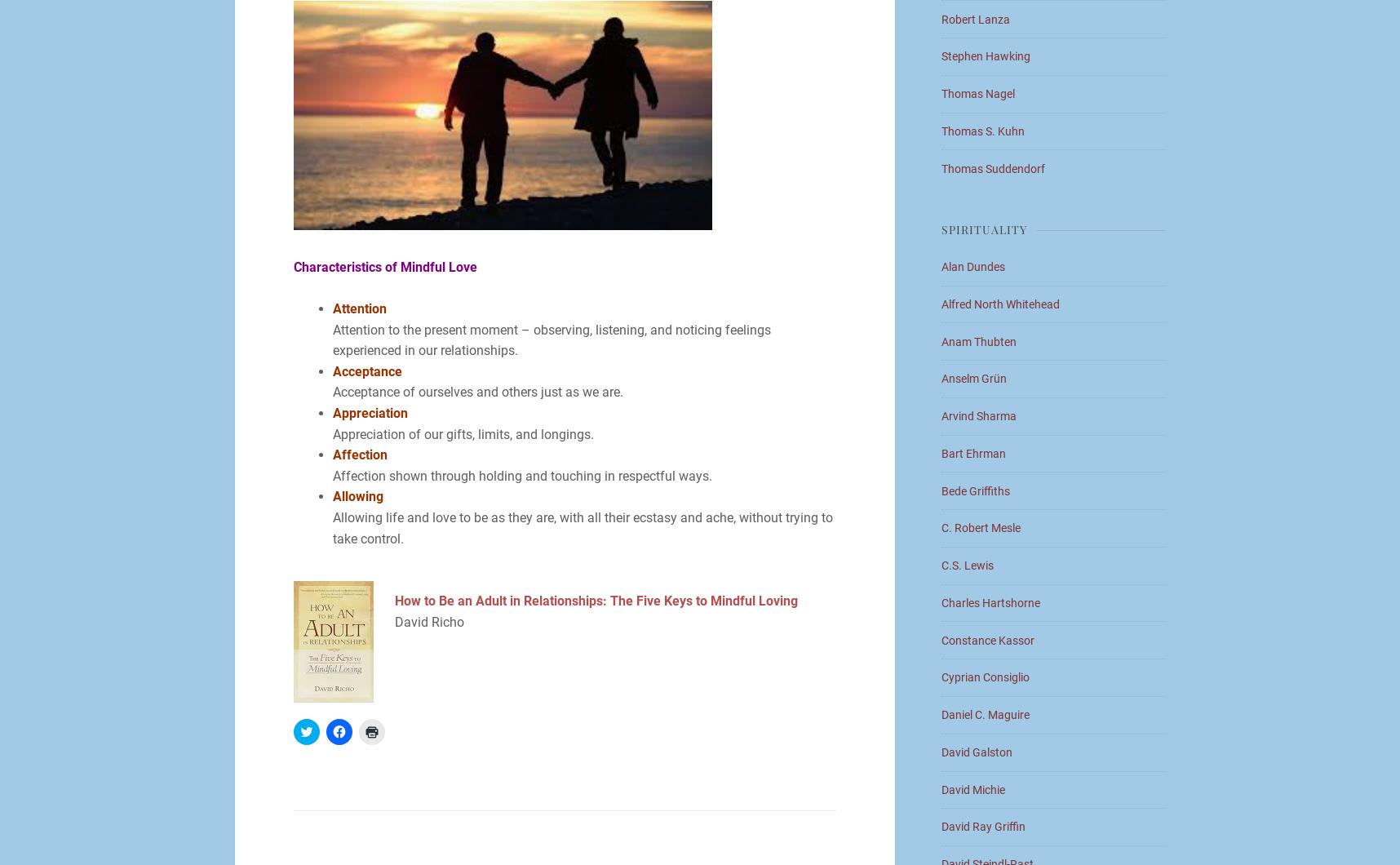 Image resolution: width=1400 pixels, height=865 pixels. I want to click on 'Affection', so click(359, 455).